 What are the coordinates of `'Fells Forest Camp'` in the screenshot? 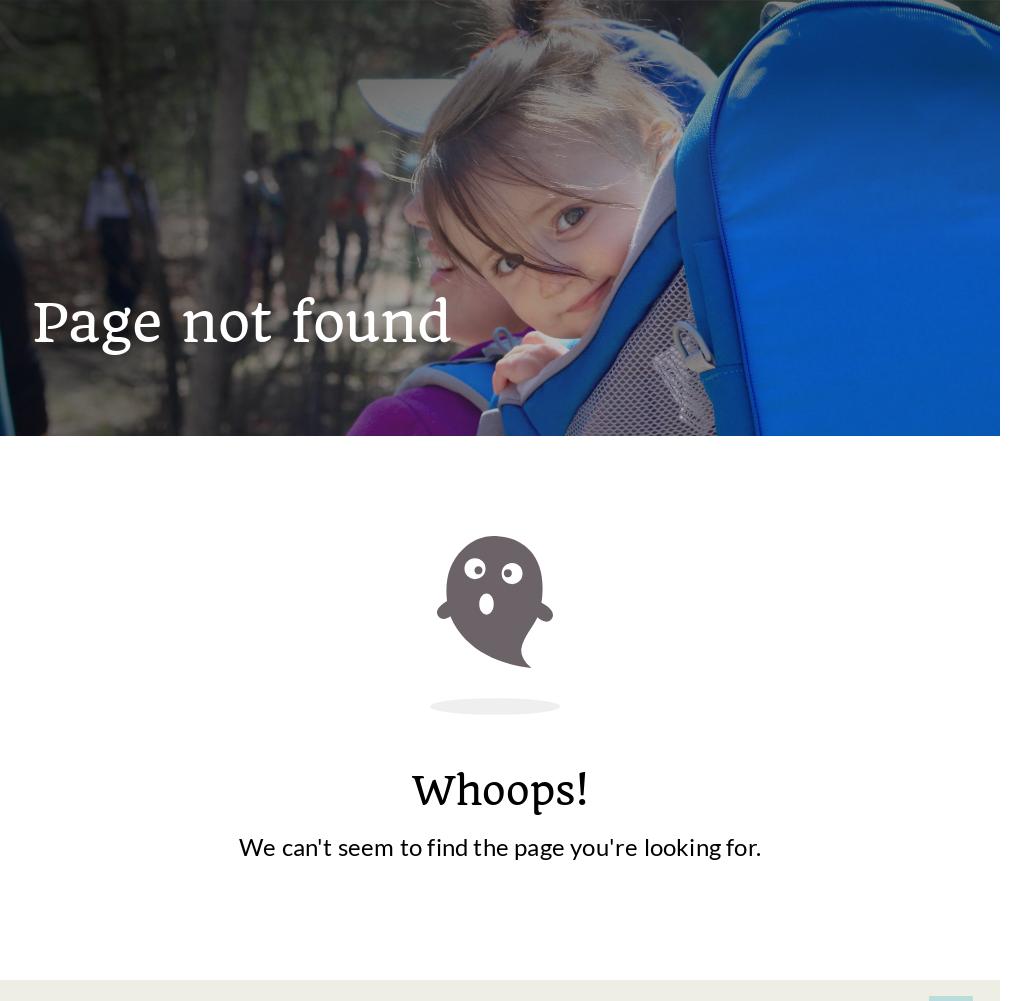 It's located at (518, 803).